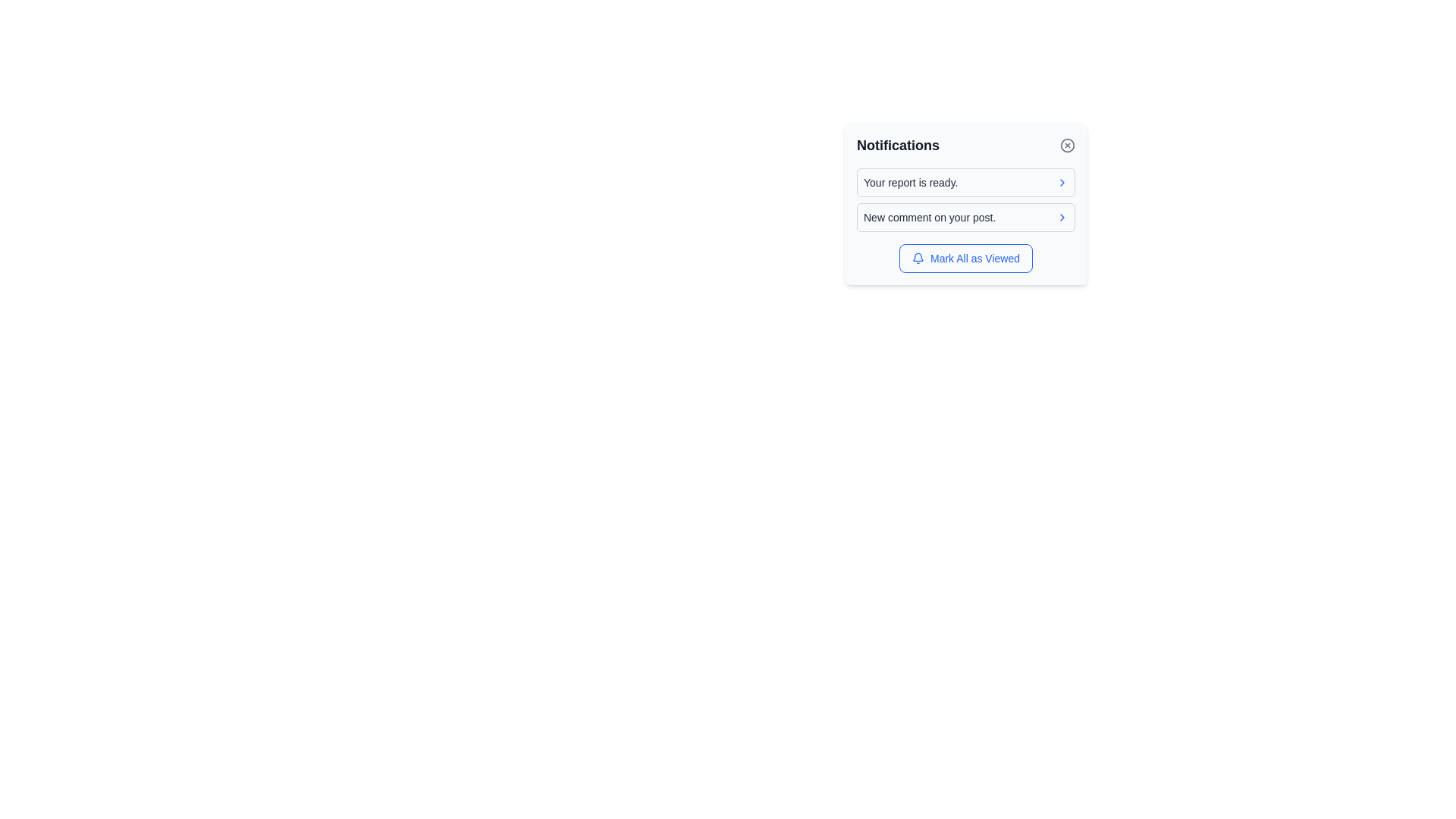  I want to click on the interactive chevron icon located at the far right end of the notification entry that states 'Your report is ready.', so click(1062, 181).